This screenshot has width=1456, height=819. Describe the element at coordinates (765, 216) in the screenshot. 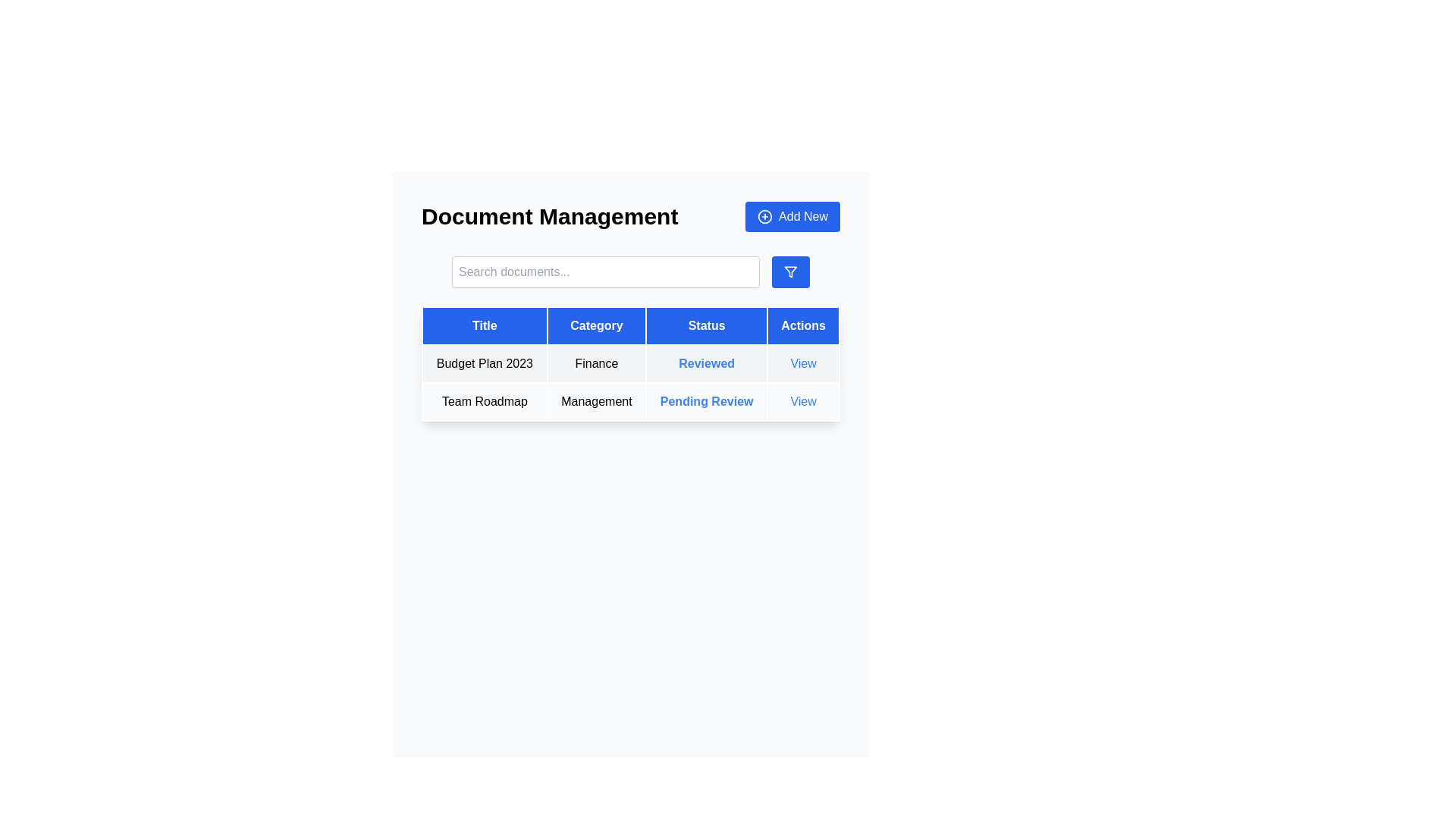

I see `the SVG circle graphic element that forms the circular border within the 'Add New' button icon, which is blue and resembles a plus inside a circle` at that location.